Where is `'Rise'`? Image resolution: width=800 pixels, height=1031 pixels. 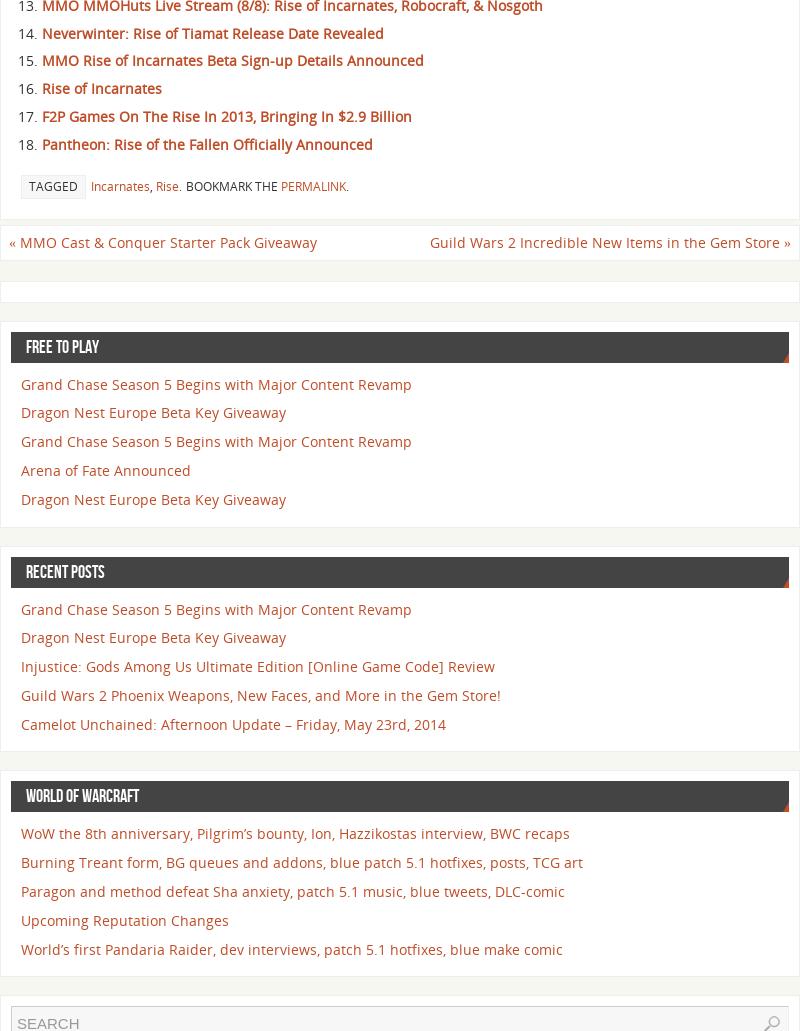 'Rise' is located at coordinates (156, 184).